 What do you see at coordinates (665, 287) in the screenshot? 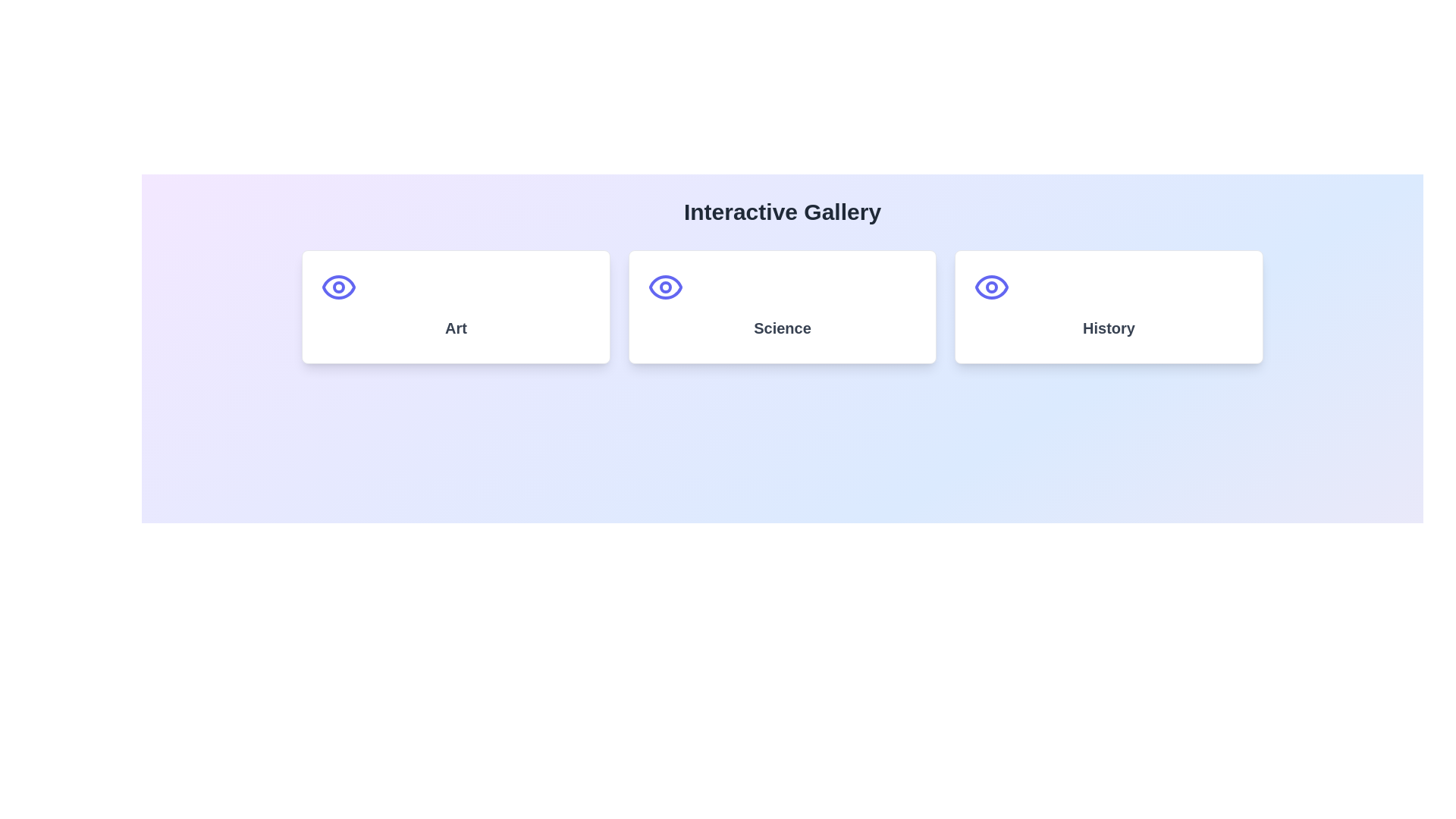
I see `the visibility icon located above the text label 'Science' on the second card in the horizontal row of cards labeled 'Art,' 'Science,' and 'History.'` at bounding box center [665, 287].